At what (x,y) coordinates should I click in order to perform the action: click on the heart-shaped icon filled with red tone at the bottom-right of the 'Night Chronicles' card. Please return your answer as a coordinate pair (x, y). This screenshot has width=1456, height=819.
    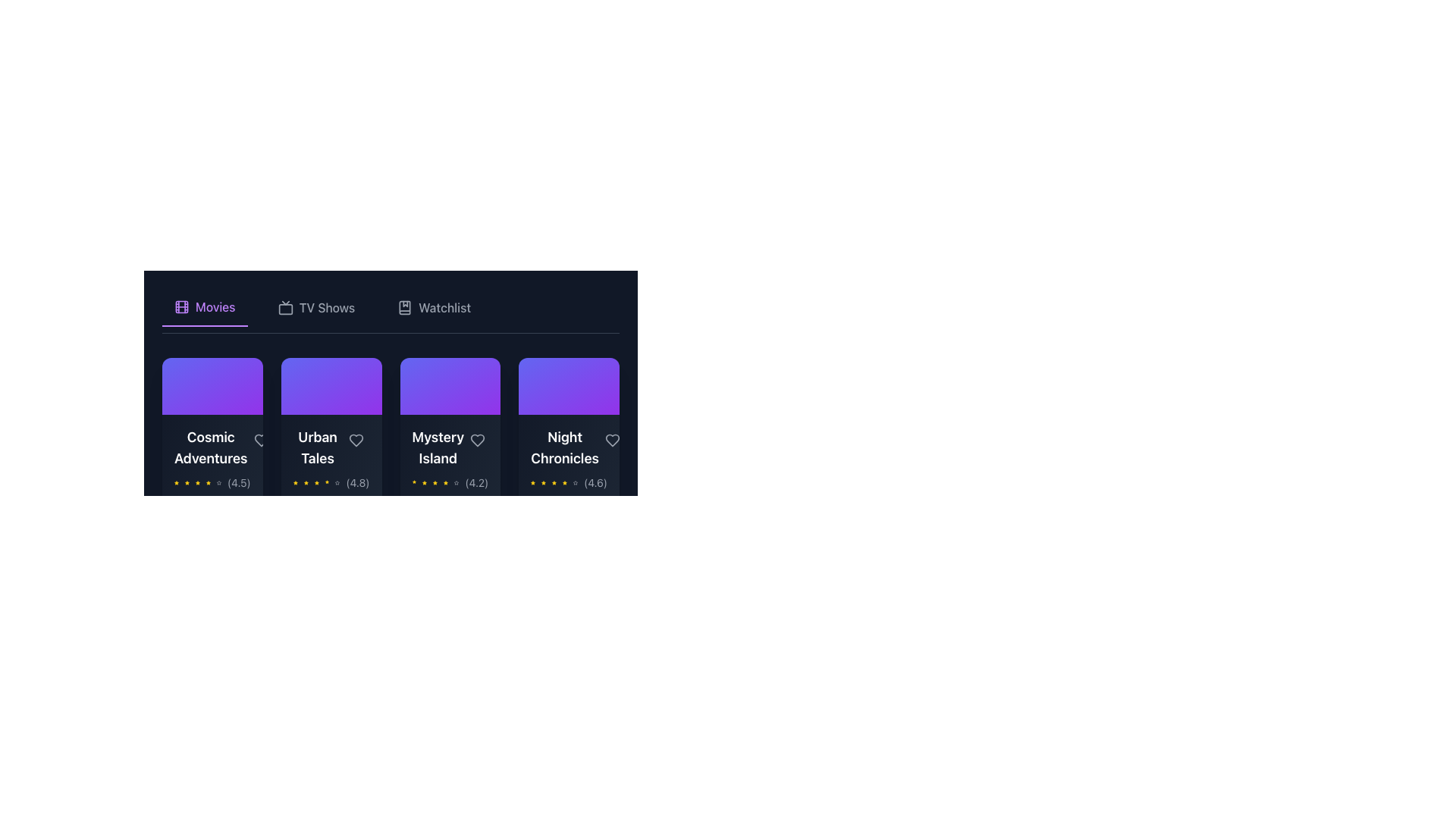
    Looking at the image, I should click on (612, 439).